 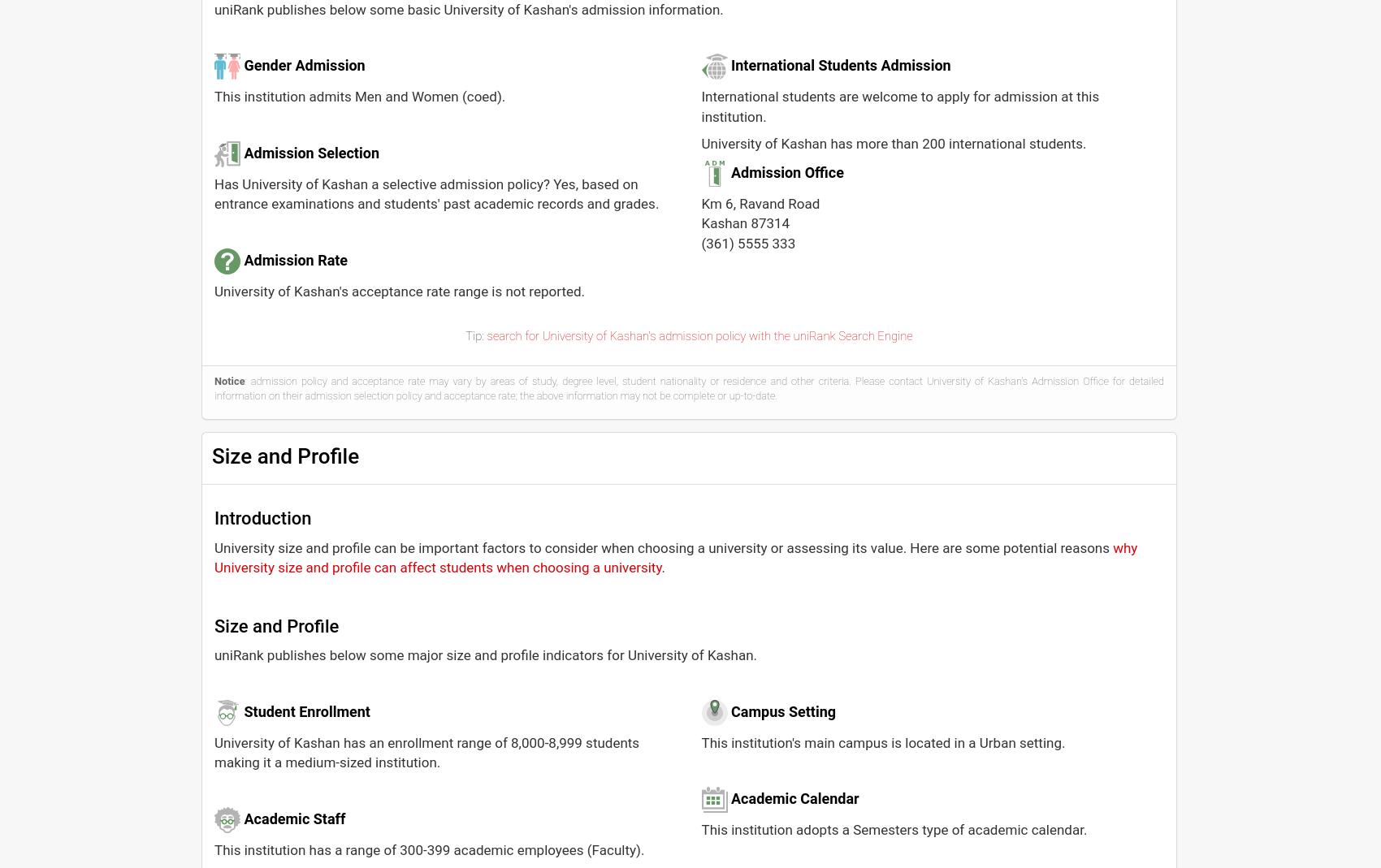 I want to click on '(361) 5555 333', so click(x=748, y=241).